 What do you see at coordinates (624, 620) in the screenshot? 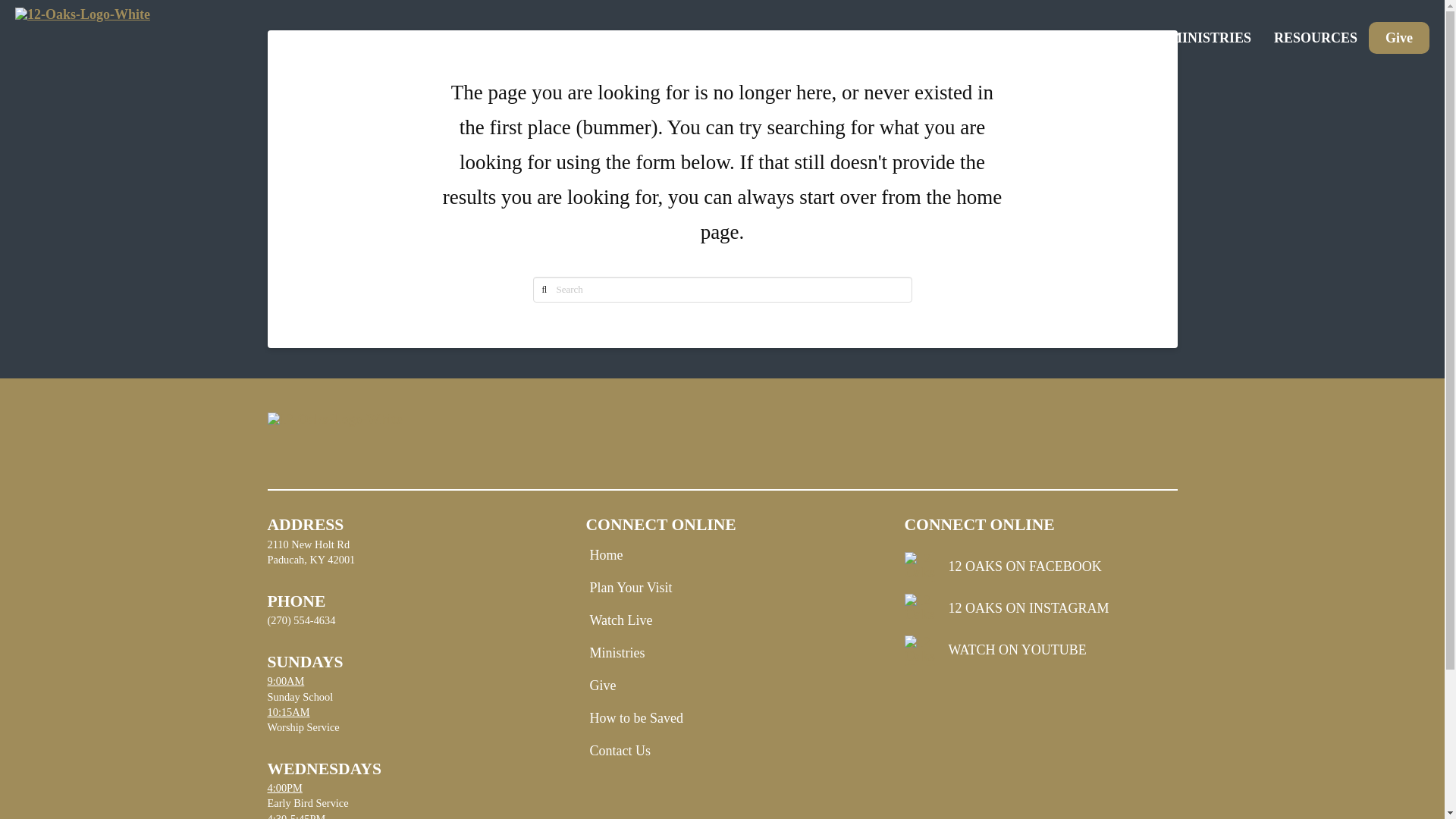
I see `'Watch Live'` at bounding box center [624, 620].